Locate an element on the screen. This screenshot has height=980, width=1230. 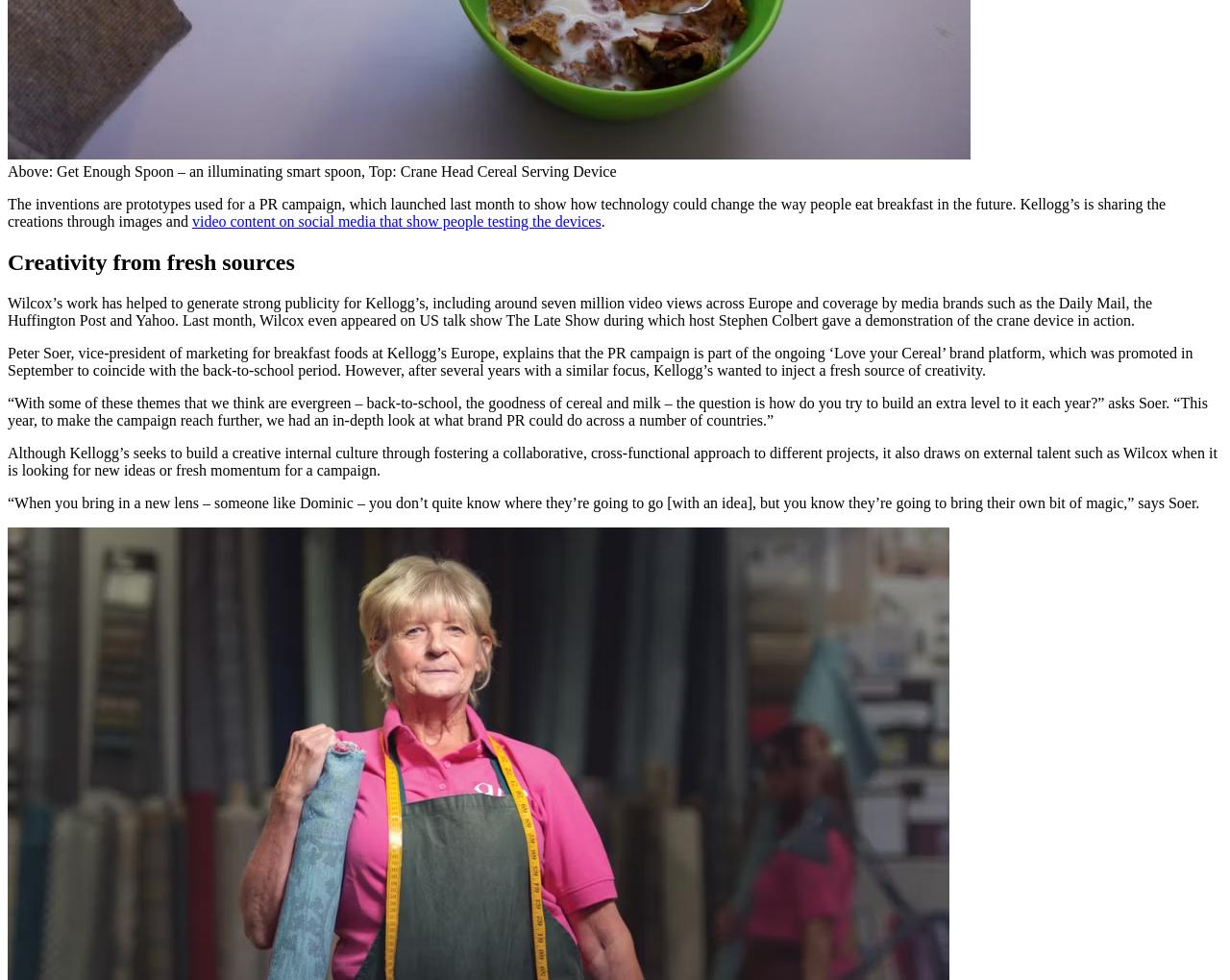
'The inventions are prototypes used for a PR campaign, which launched last month to show how technology could change the way people eat breakfast in the future. Kellogg’s is sharing the creations through images and' is located at coordinates (585, 211).